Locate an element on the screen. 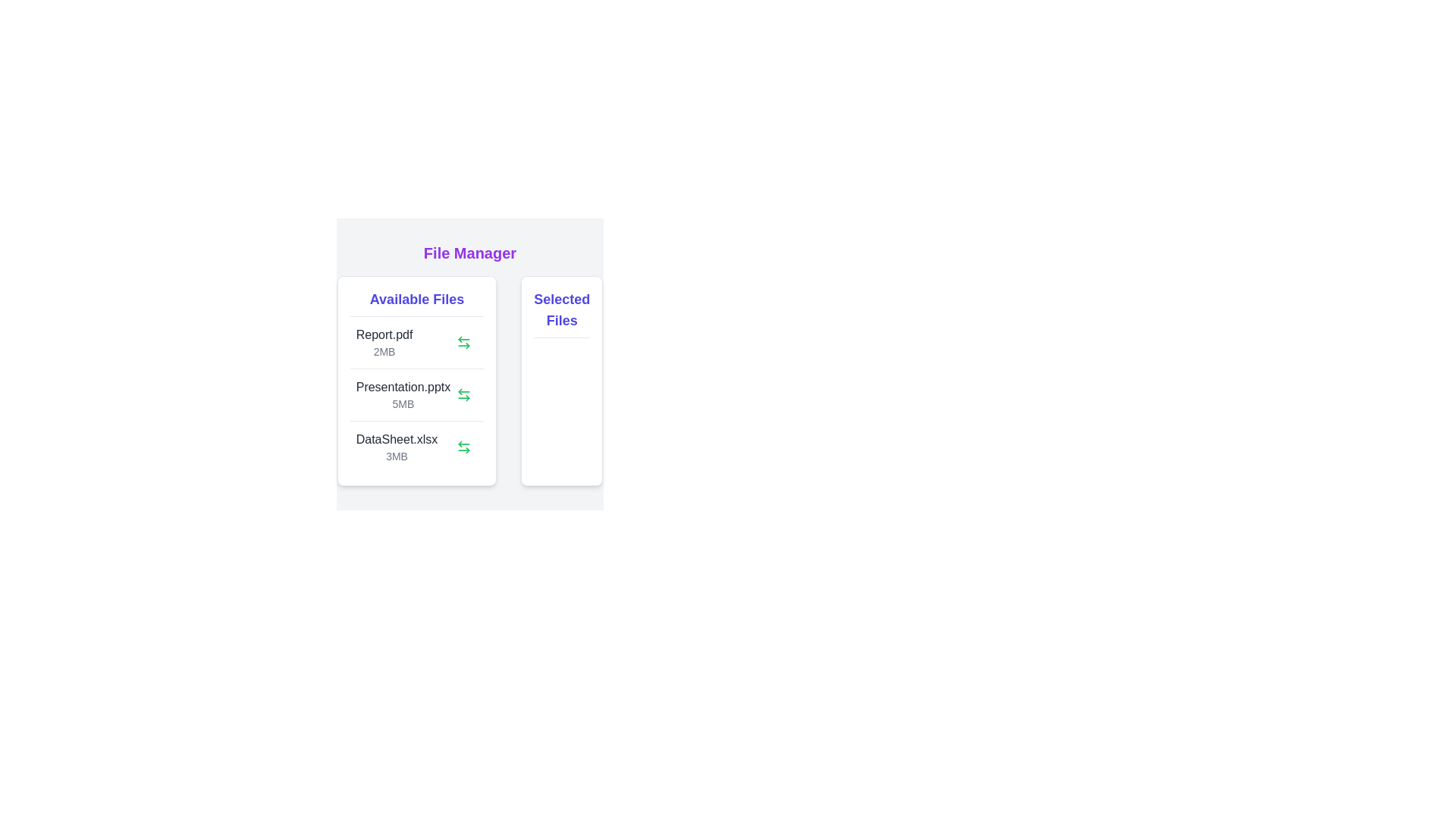 This screenshot has width=1456, height=819. the static text label displaying the name of the file, which is located above the size indicator '3MB' in the 'Available Files' section is located at coordinates (397, 439).